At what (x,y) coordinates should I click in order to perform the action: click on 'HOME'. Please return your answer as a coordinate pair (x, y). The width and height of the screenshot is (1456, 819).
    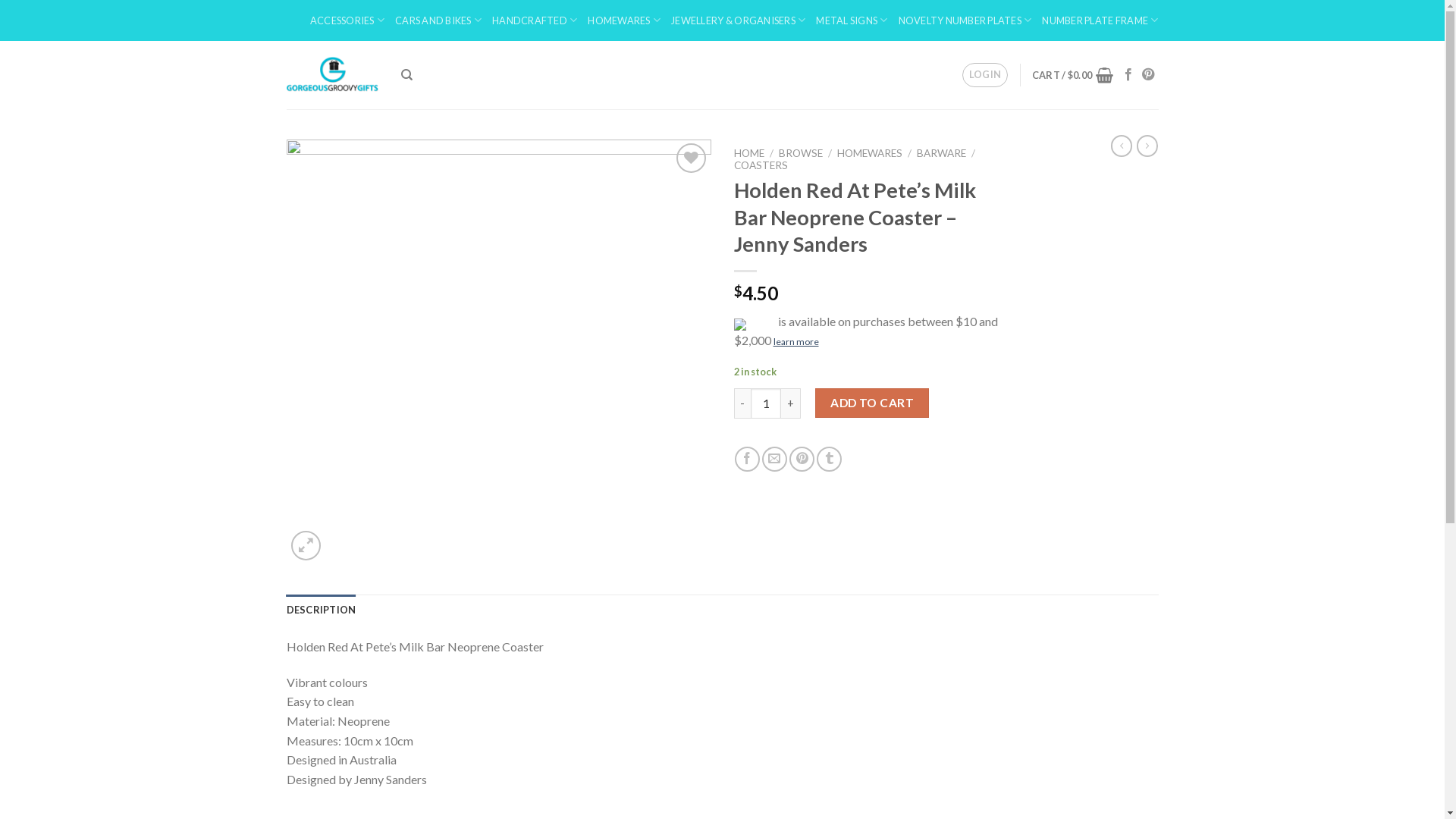
    Looking at the image, I should click on (749, 152).